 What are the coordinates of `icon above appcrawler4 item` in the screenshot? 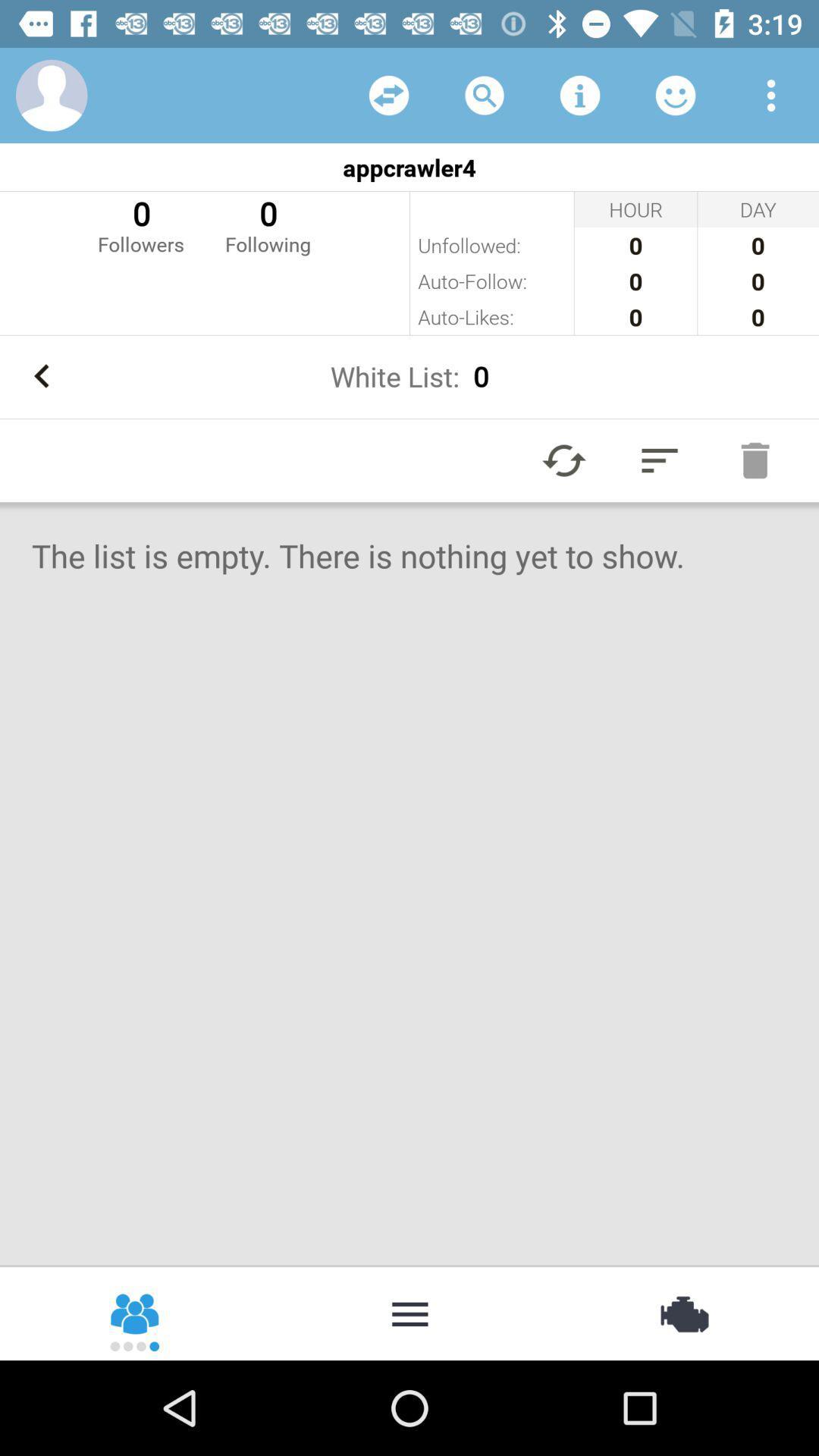 It's located at (485, 94).